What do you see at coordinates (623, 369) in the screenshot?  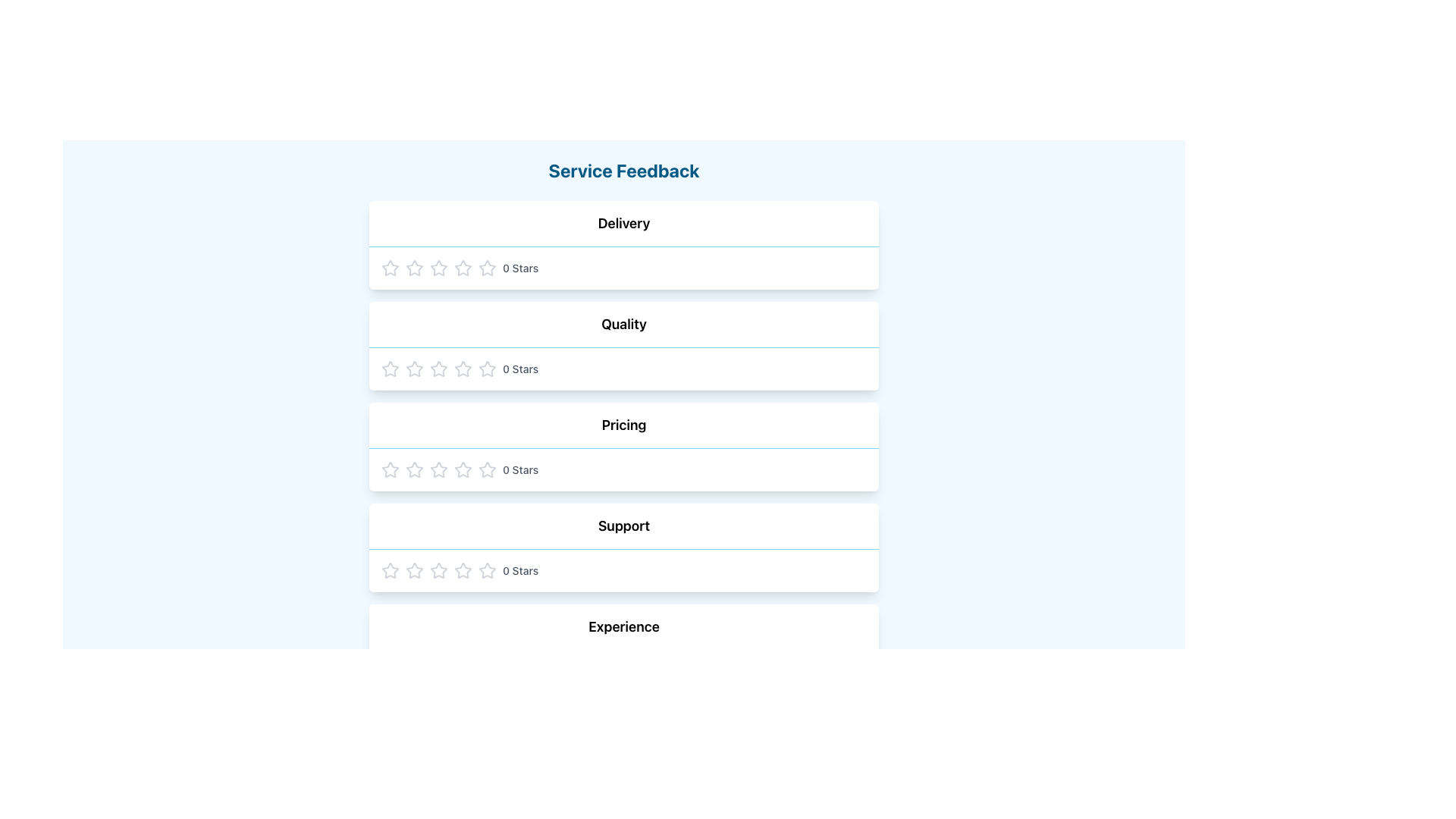 I see `the second rating component's star` at bounding box center [623, 369].